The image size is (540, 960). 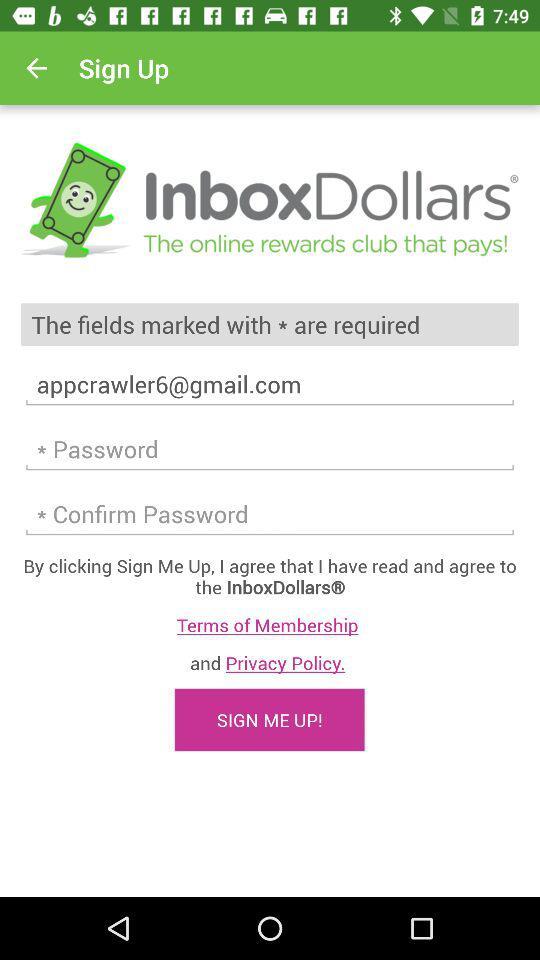 What do you see at coordinates (270, 662) in the screenshot?
I see `the and privacy policy.  icon` at bounding box center [270, 662].